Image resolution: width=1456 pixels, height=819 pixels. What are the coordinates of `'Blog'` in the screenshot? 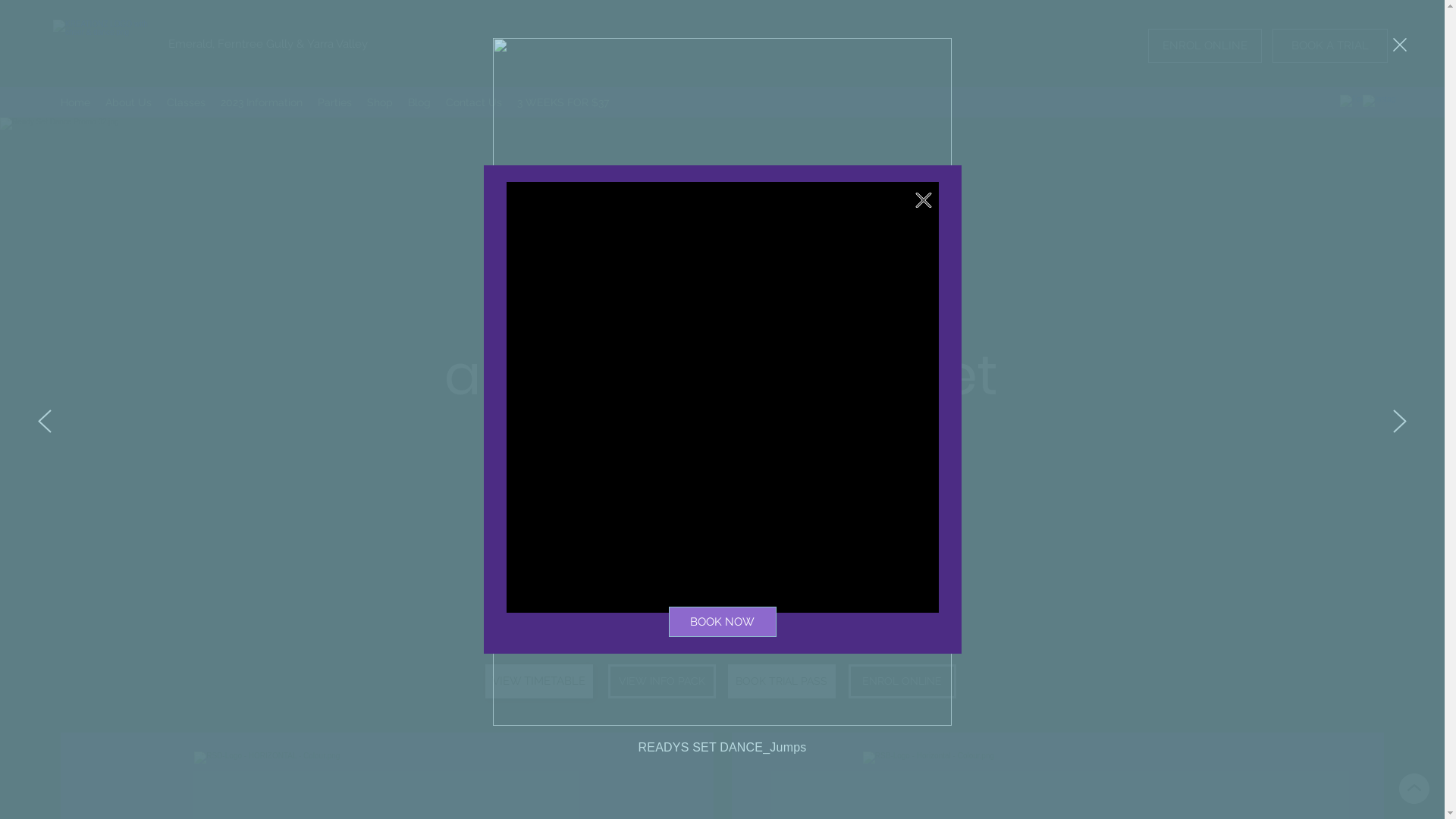 It's located at (419, 102).